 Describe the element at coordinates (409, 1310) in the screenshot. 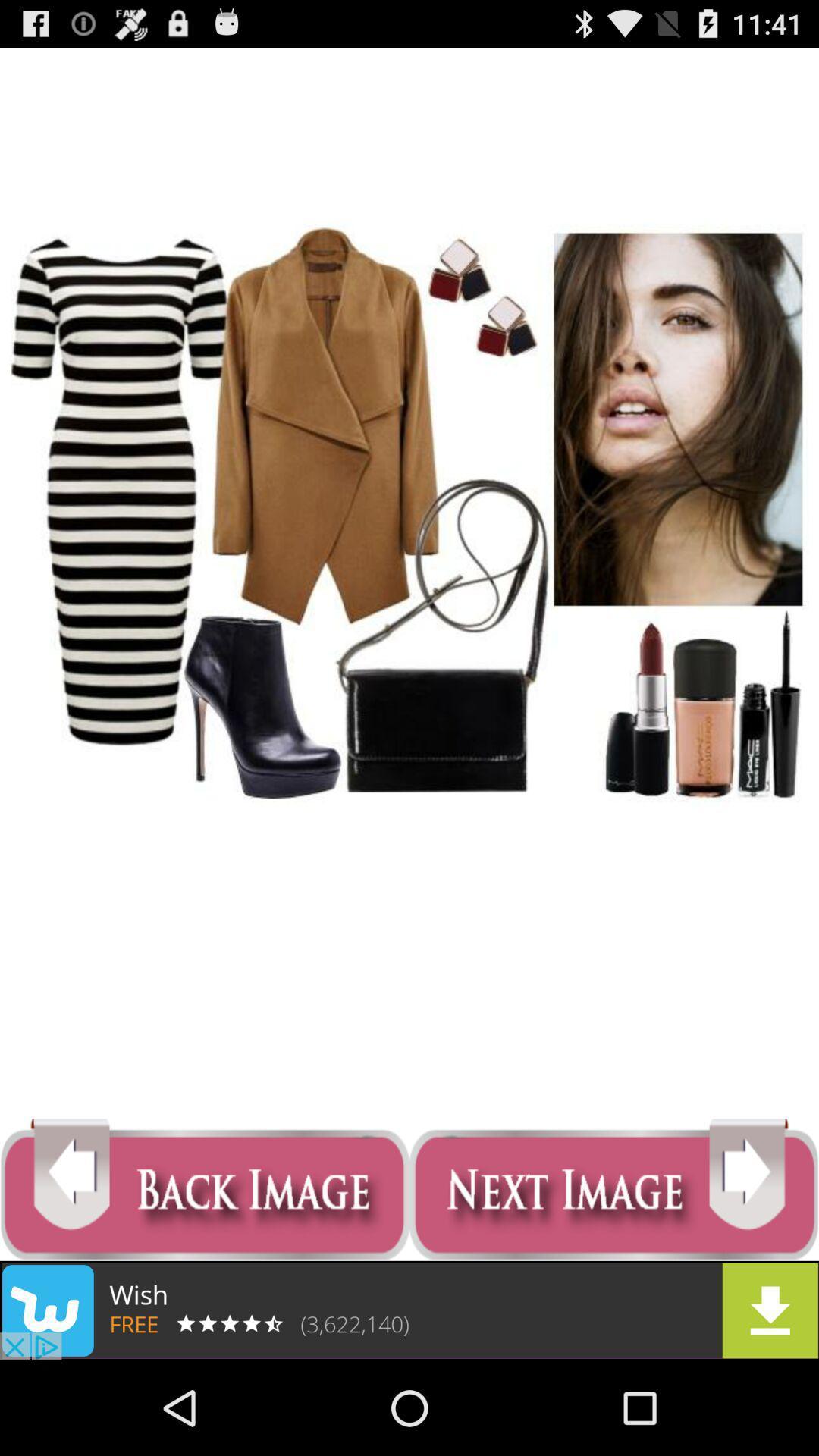

I see `advertisement download option` at that location.